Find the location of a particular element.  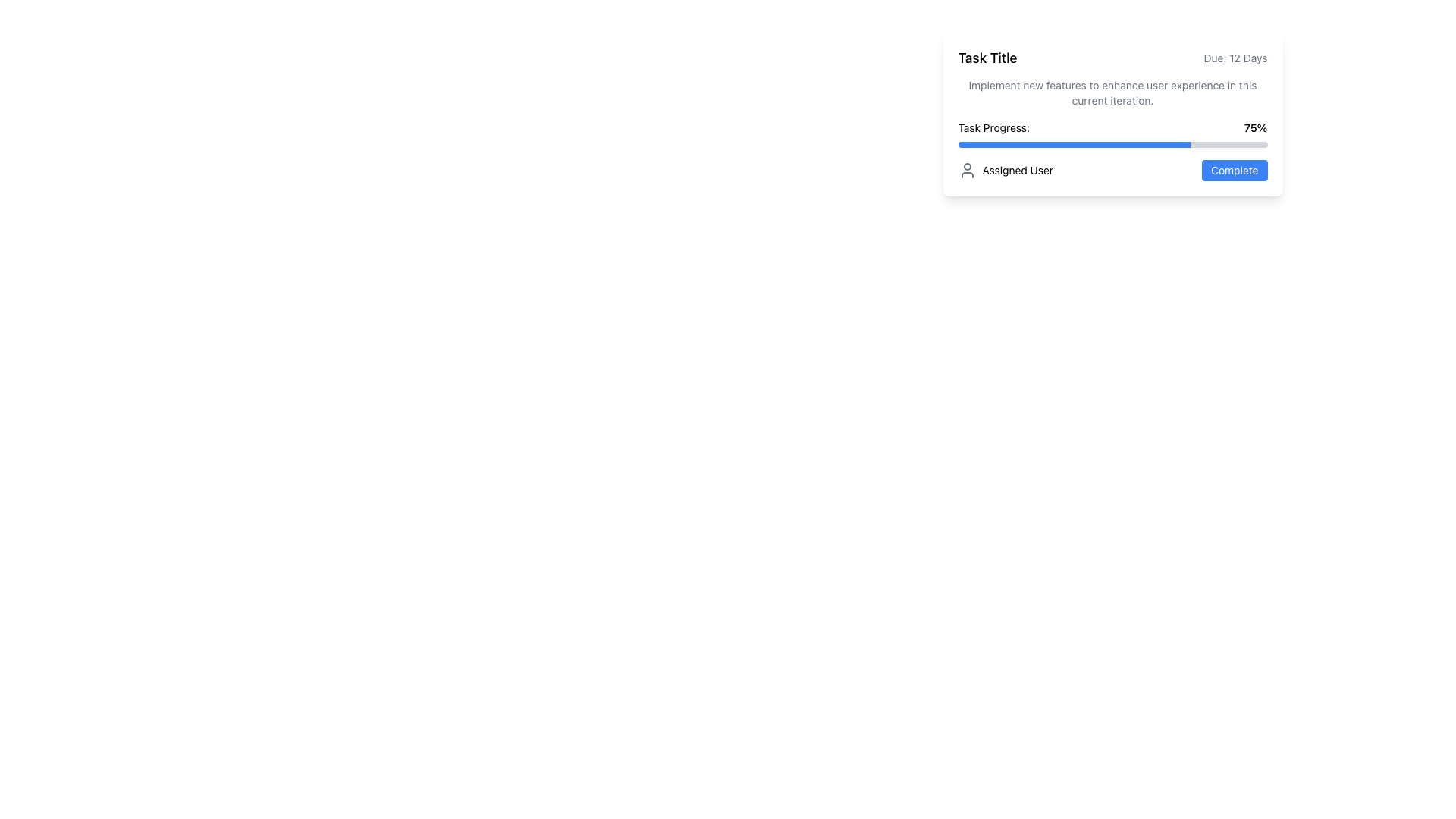

the progress bar indicating 75% completion beneath the 'Task Progress:' label is located at coordinates (1073, 145).